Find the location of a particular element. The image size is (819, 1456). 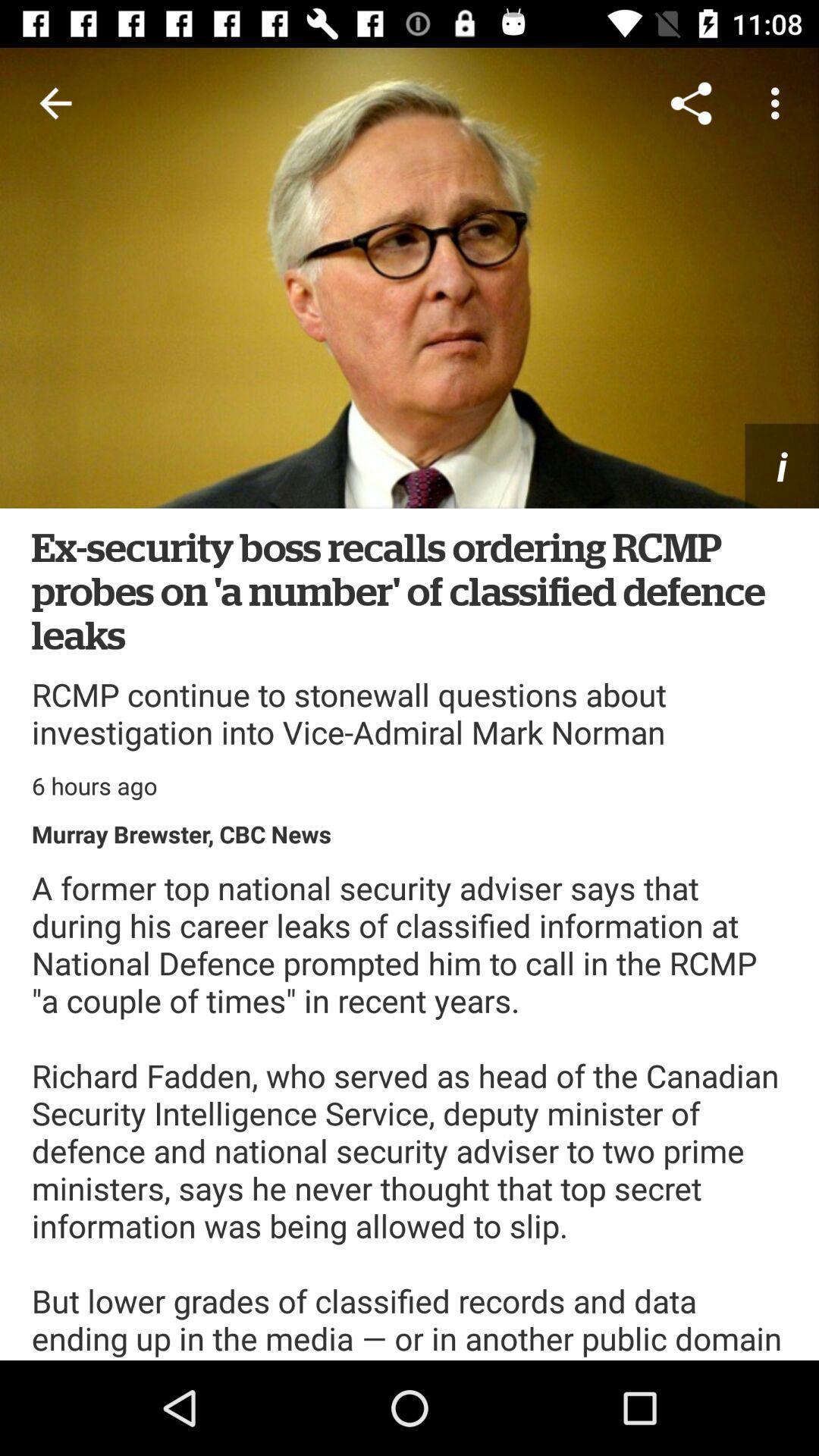

item above the murray brewster cbc is located at coordinates (94, 786).